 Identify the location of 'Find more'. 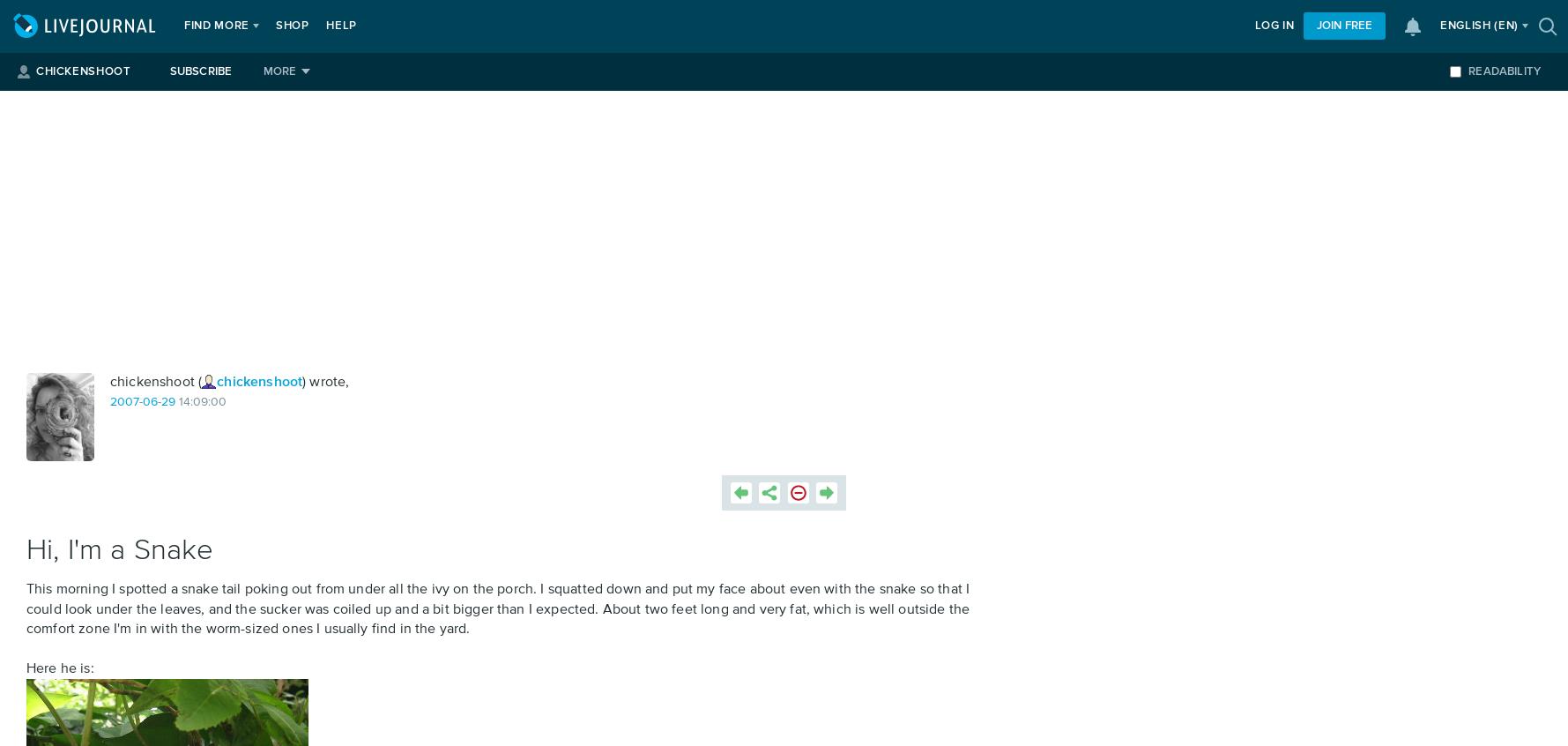
(215, 25).